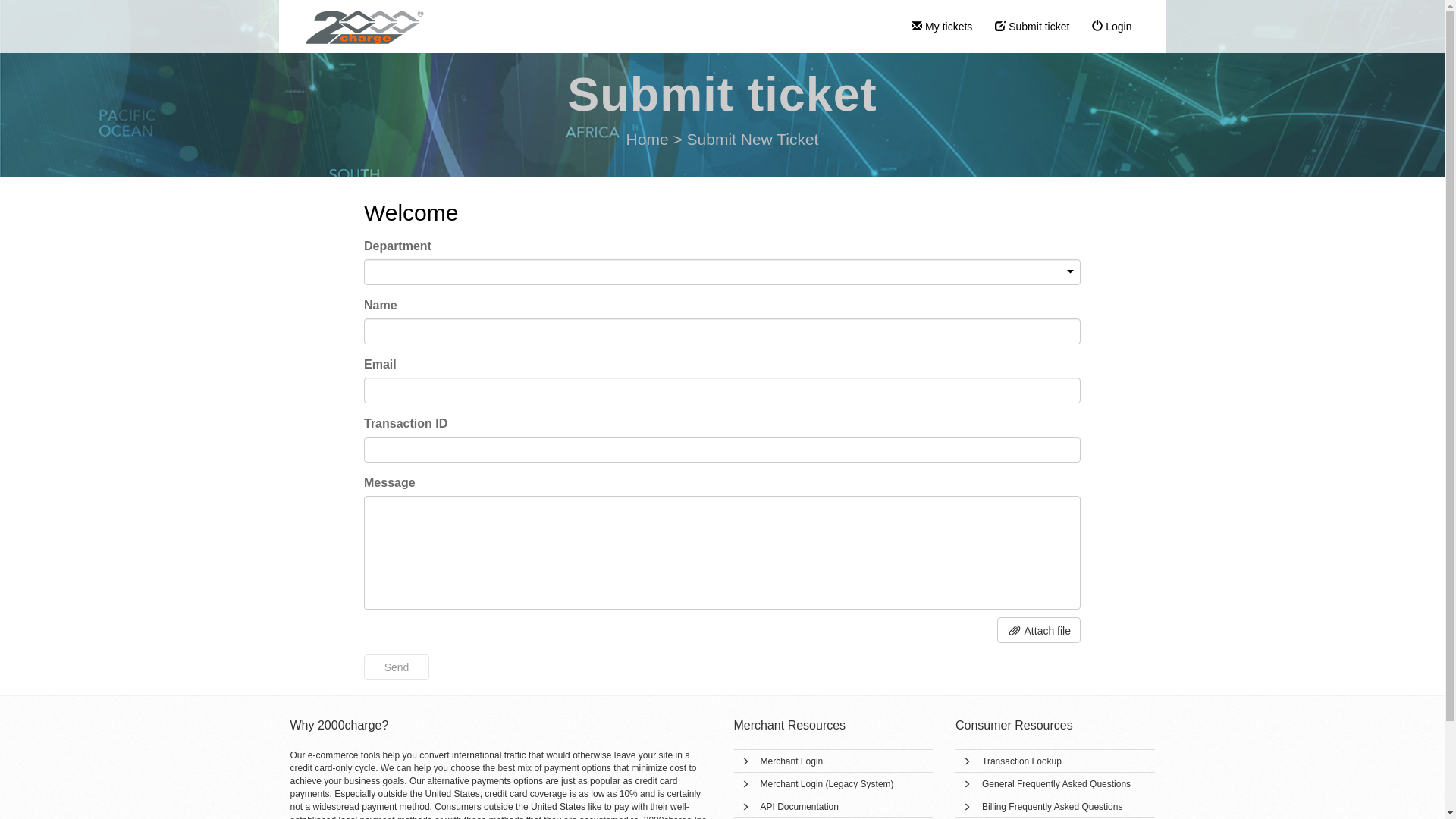 The height and width of the screenshot is (819, 1456). I want to click on 'API Documentation', so click(798, 806).